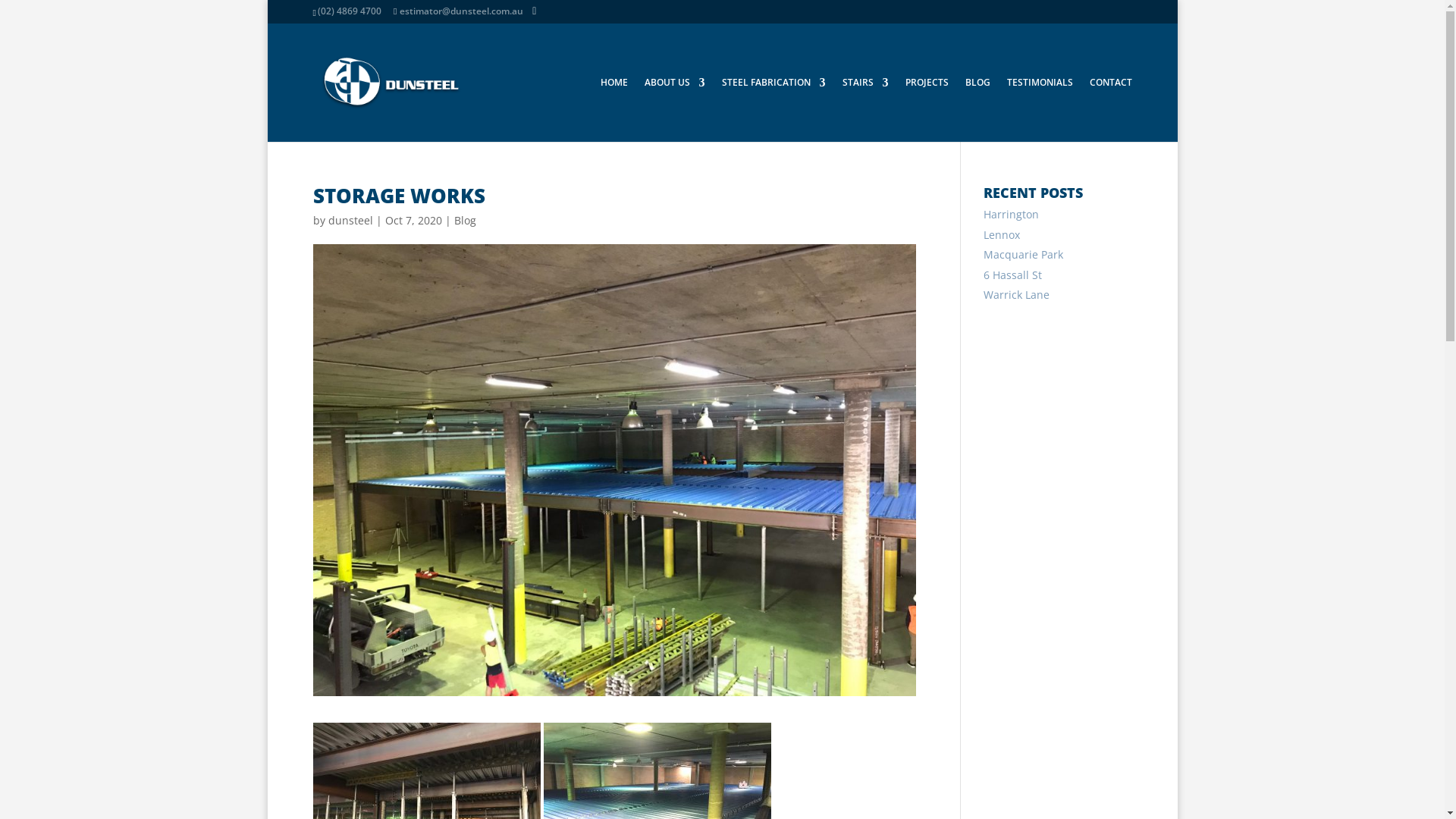 This screenshot has height=819, width=1456. What do you see at coordinates (1001, 234) in the screenshot?
I see `'Lennox'` at bounding box center [1001, 234].